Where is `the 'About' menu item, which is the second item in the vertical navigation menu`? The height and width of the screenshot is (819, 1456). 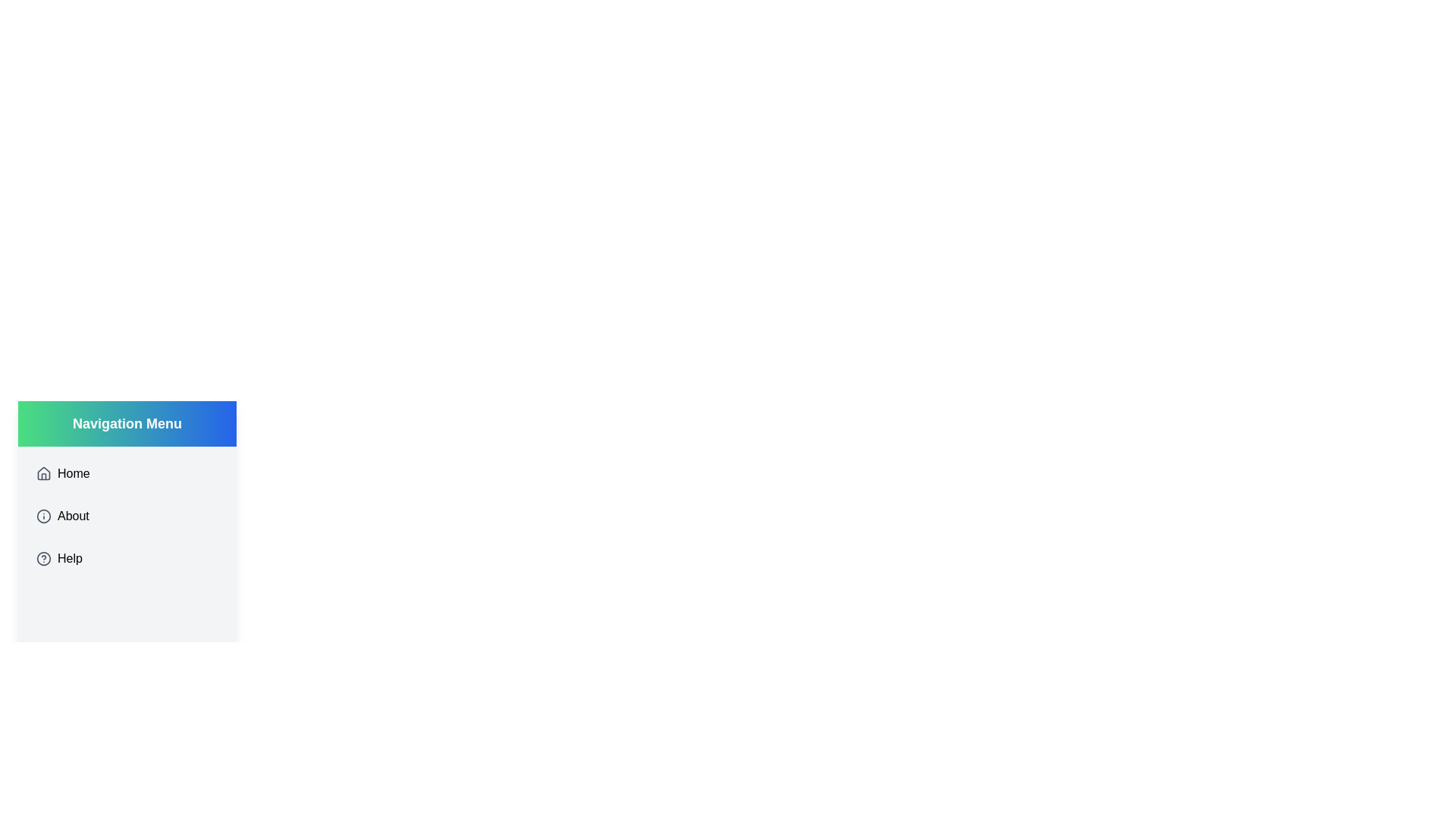
the 'About' menu item, which is the second item in the vertical navigation menu is located at coordinates (127, 516).